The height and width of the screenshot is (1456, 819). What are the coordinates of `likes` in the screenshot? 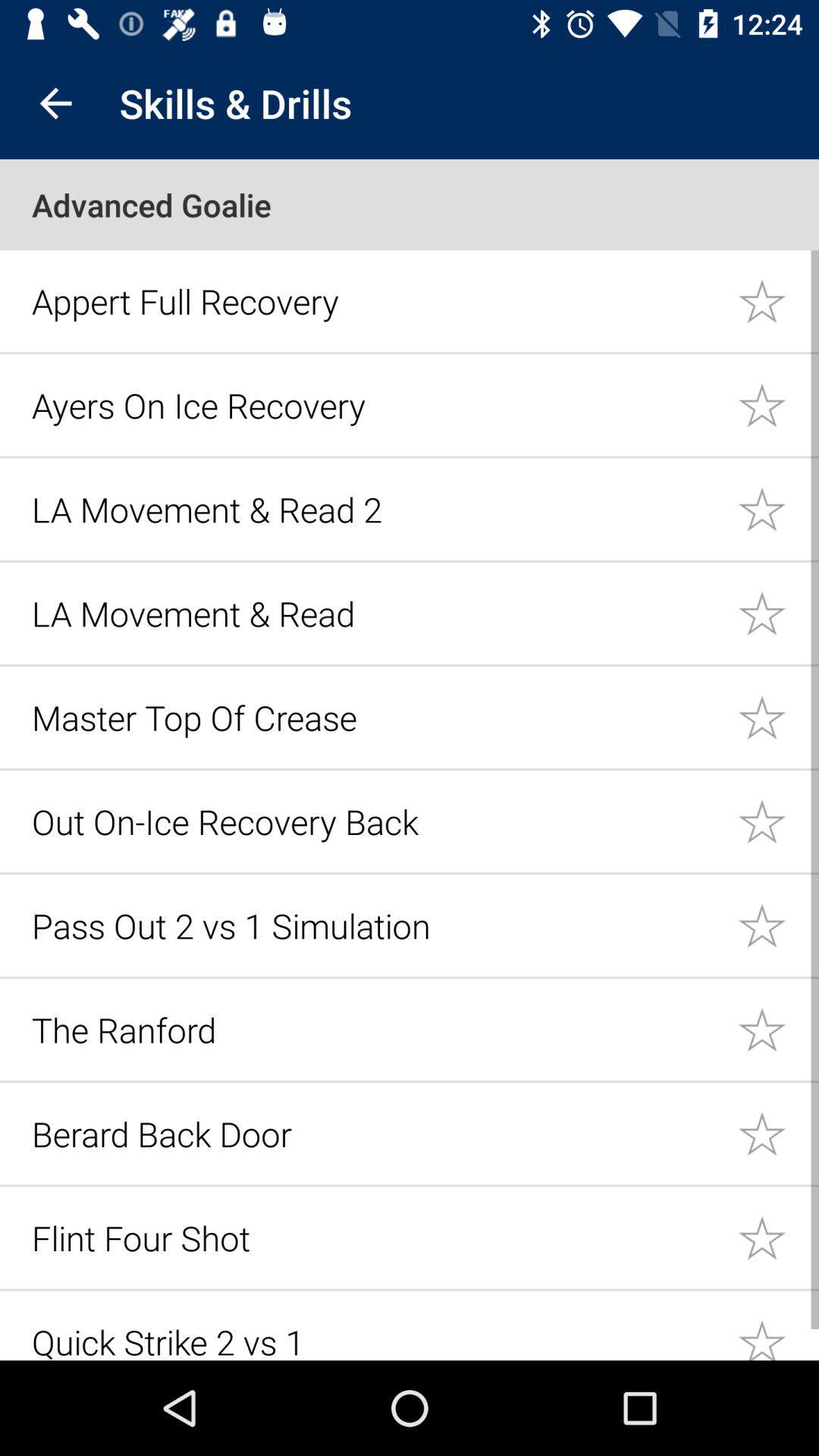 It's located at (778, 821).